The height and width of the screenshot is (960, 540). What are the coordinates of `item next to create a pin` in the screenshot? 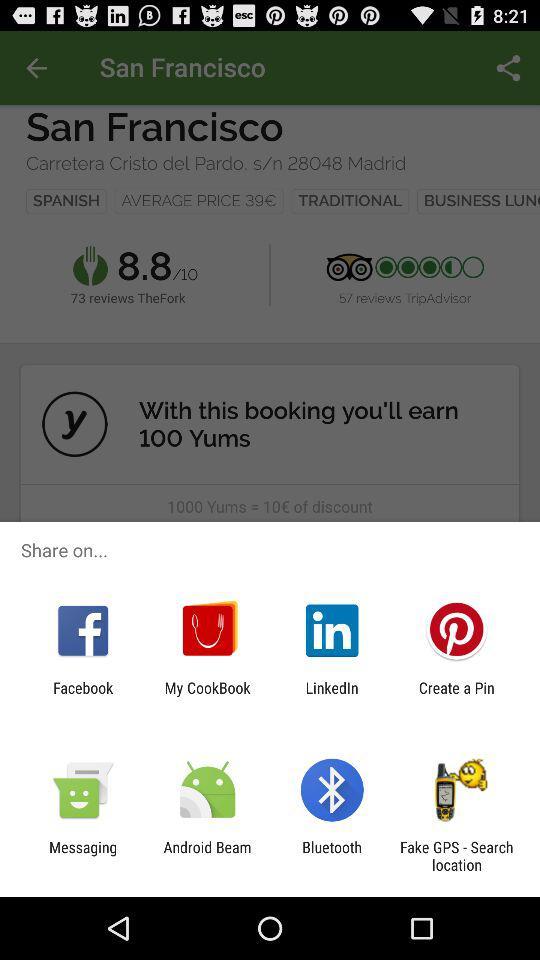 It's located at (332, 696).